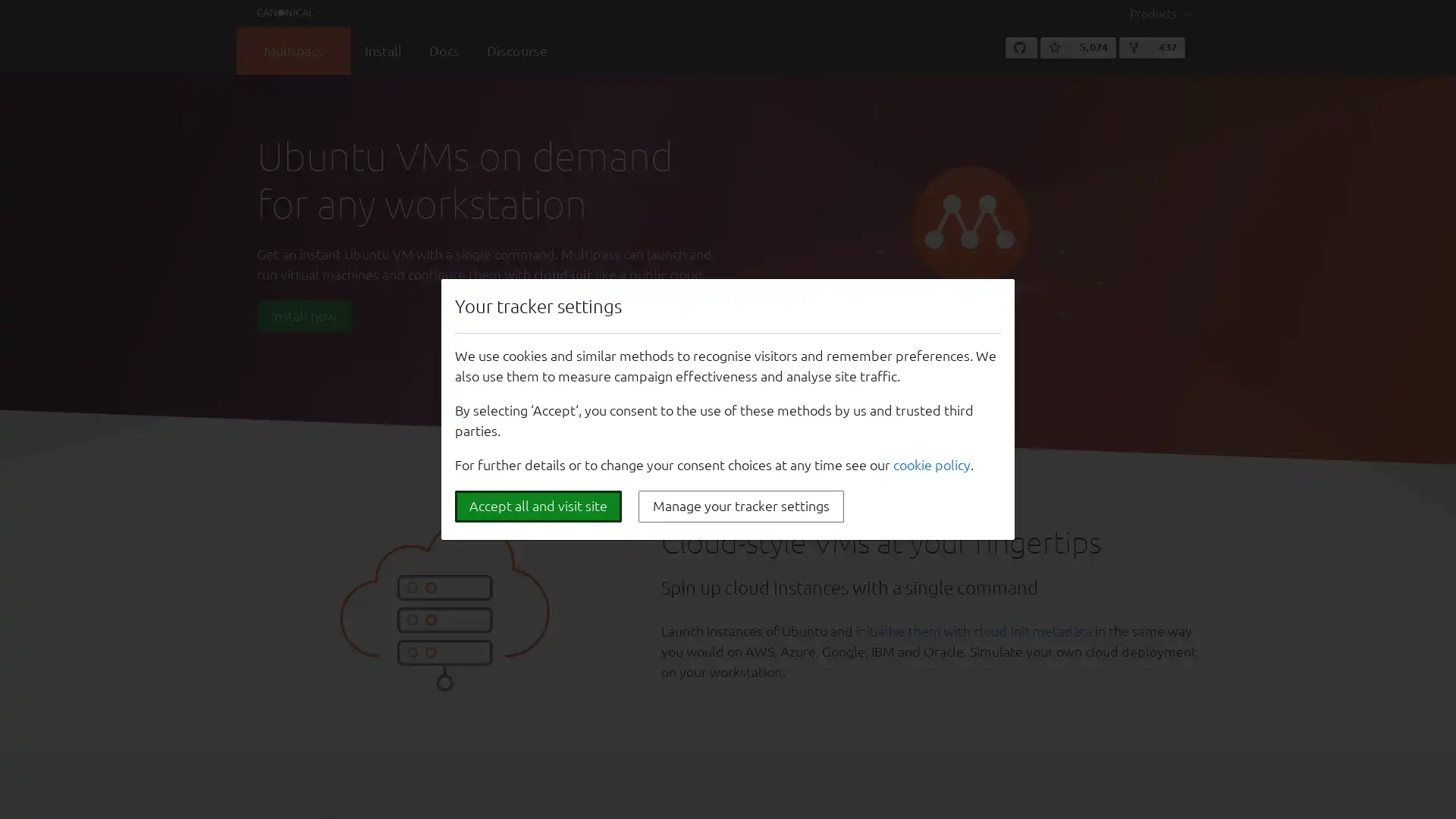 The width and height of the screenshot is (1456, 819). I want to click on Manage your tracker settings, so click(741, 506).